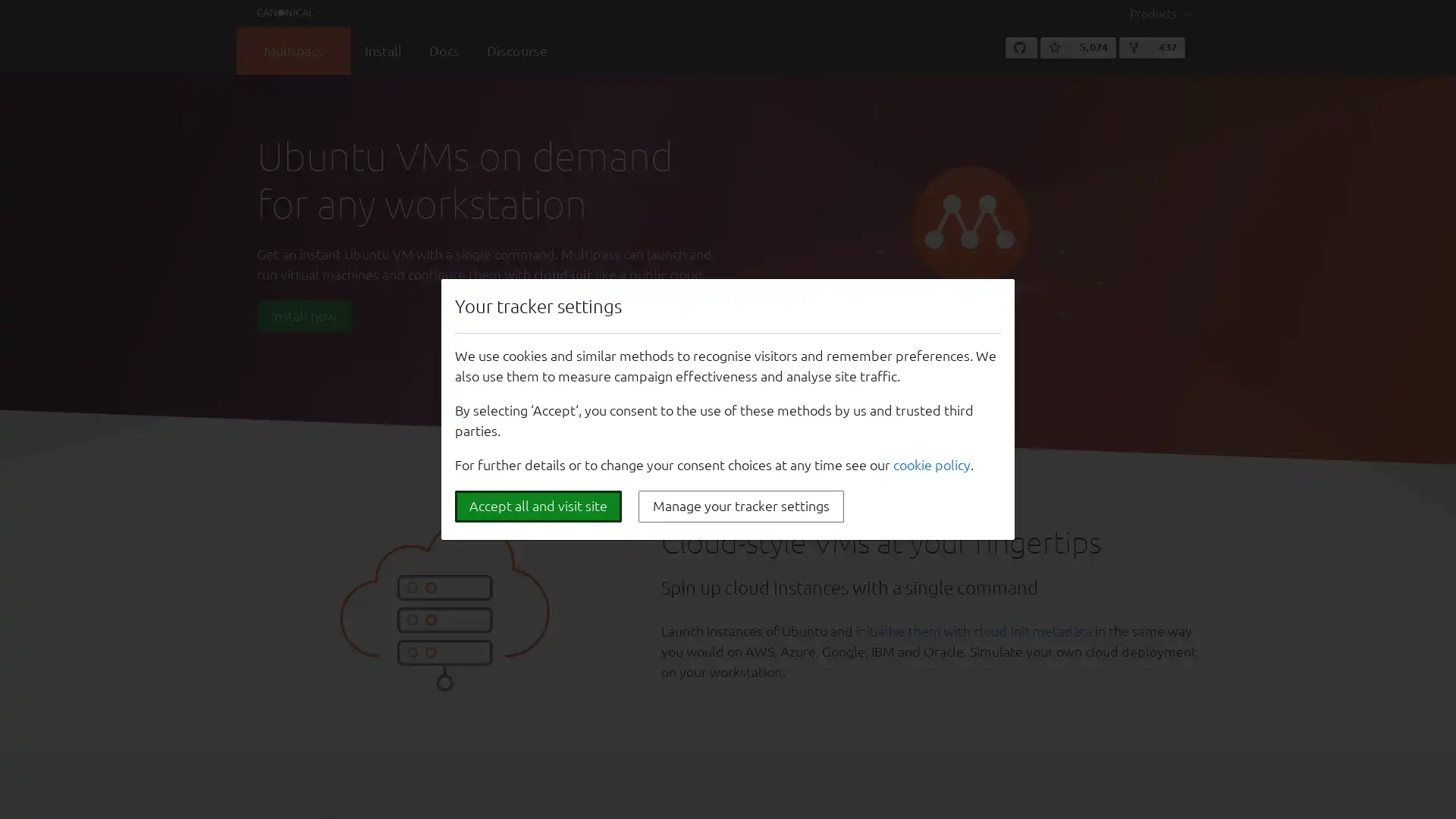 The width and height of the screenshot is (1456, 819). I want to click on Manage your tracker settings, so click(741, 506).